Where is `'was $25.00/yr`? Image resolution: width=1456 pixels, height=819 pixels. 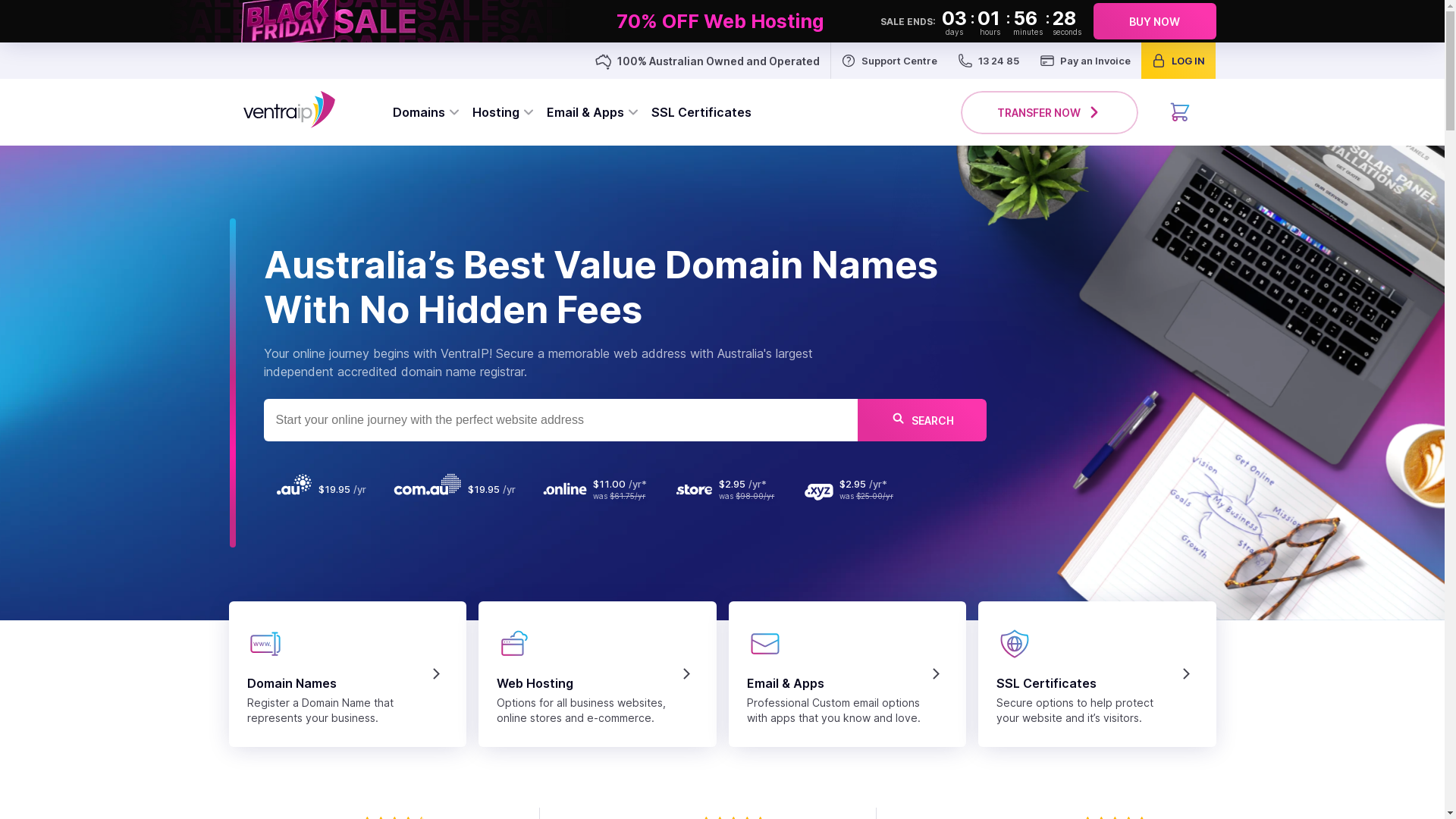
'was $25.00/yr is located at coordinates (852, 489).